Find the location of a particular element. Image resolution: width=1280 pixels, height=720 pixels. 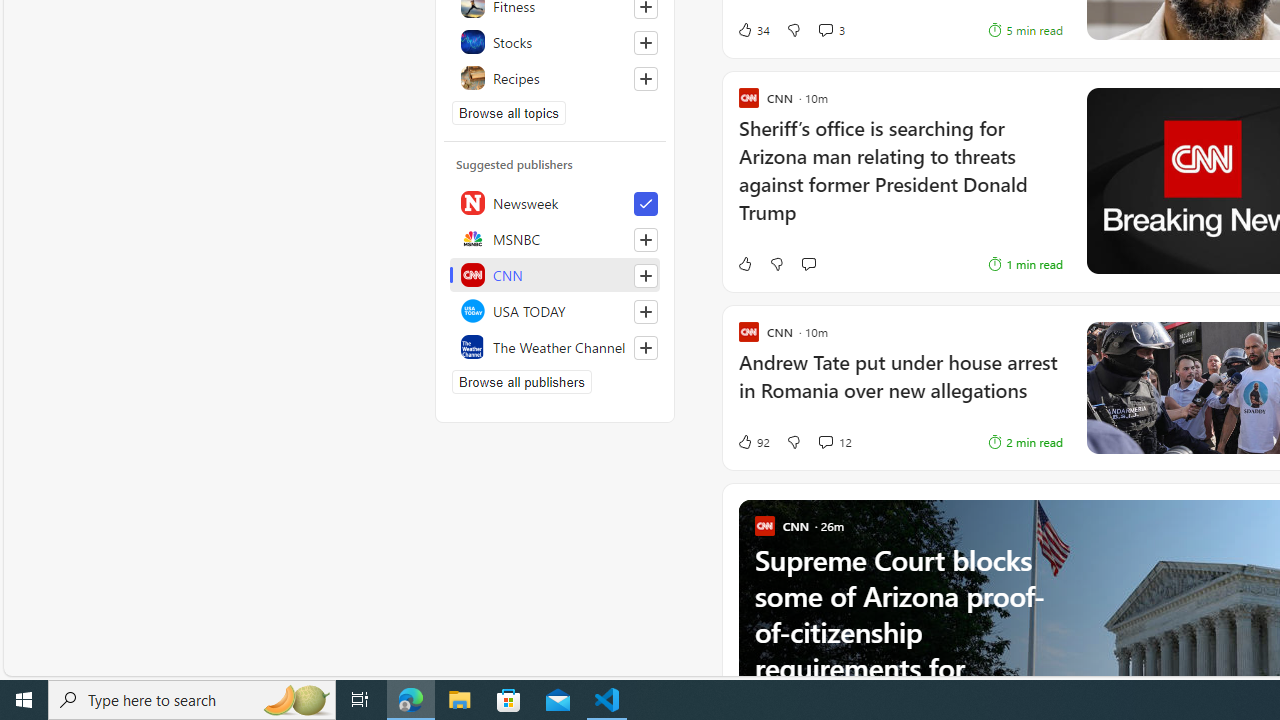

'Recipes' is located at coordinates (555, 77).